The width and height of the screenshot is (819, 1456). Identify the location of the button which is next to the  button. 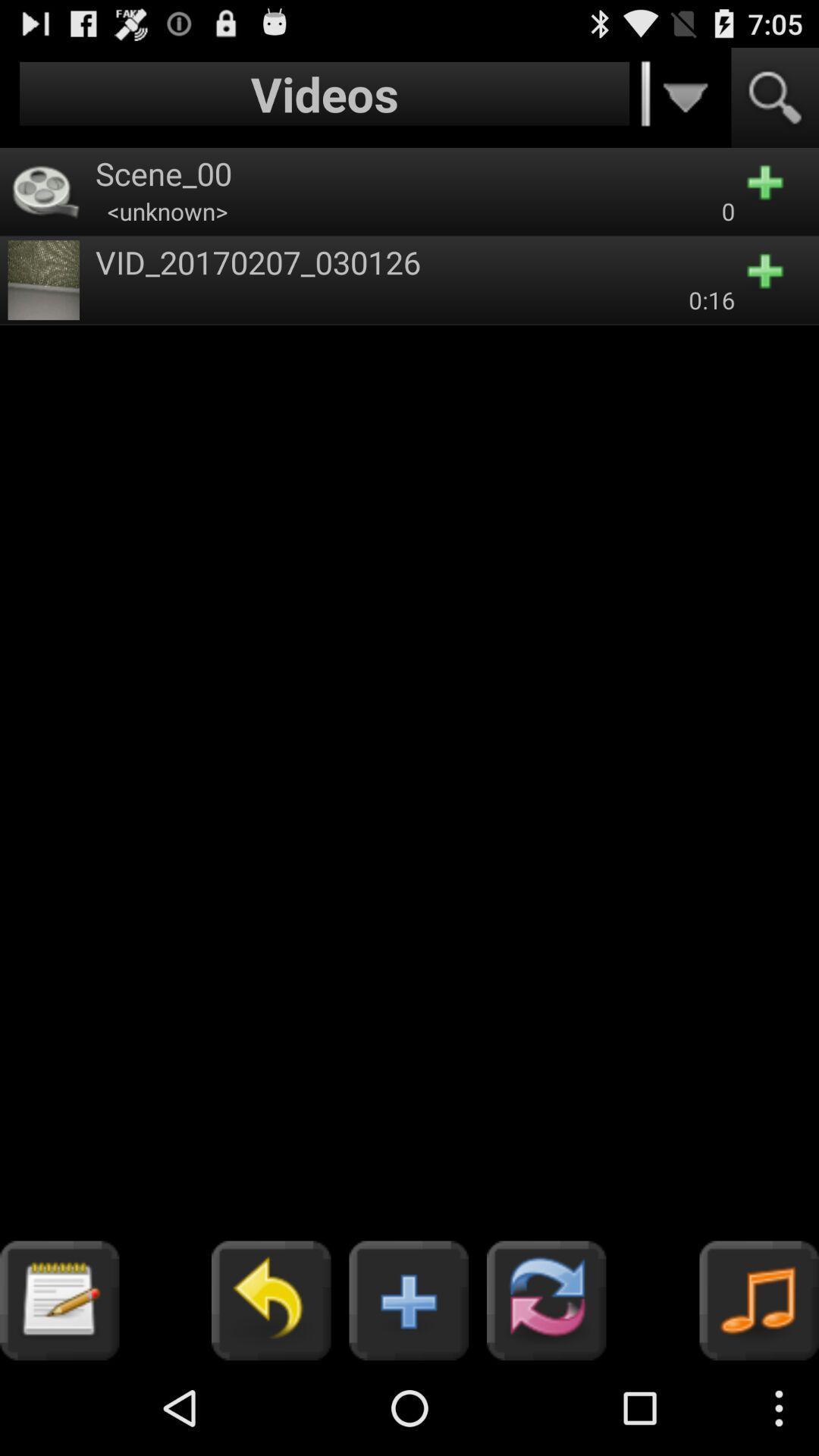
(547, 1300).